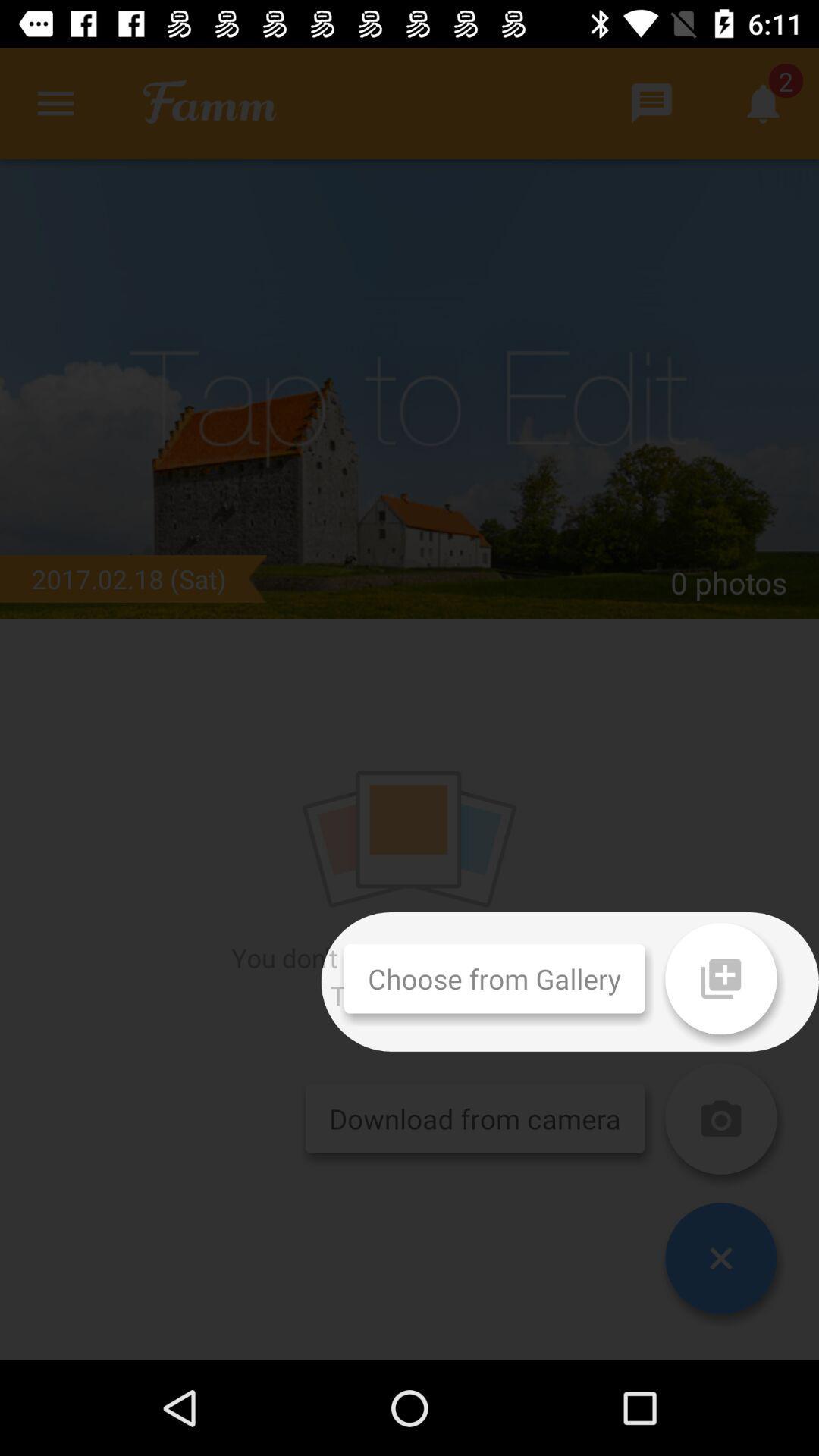 This screenshot has height=1456, width=819. I want to click on the add icon, so click(720, 978).